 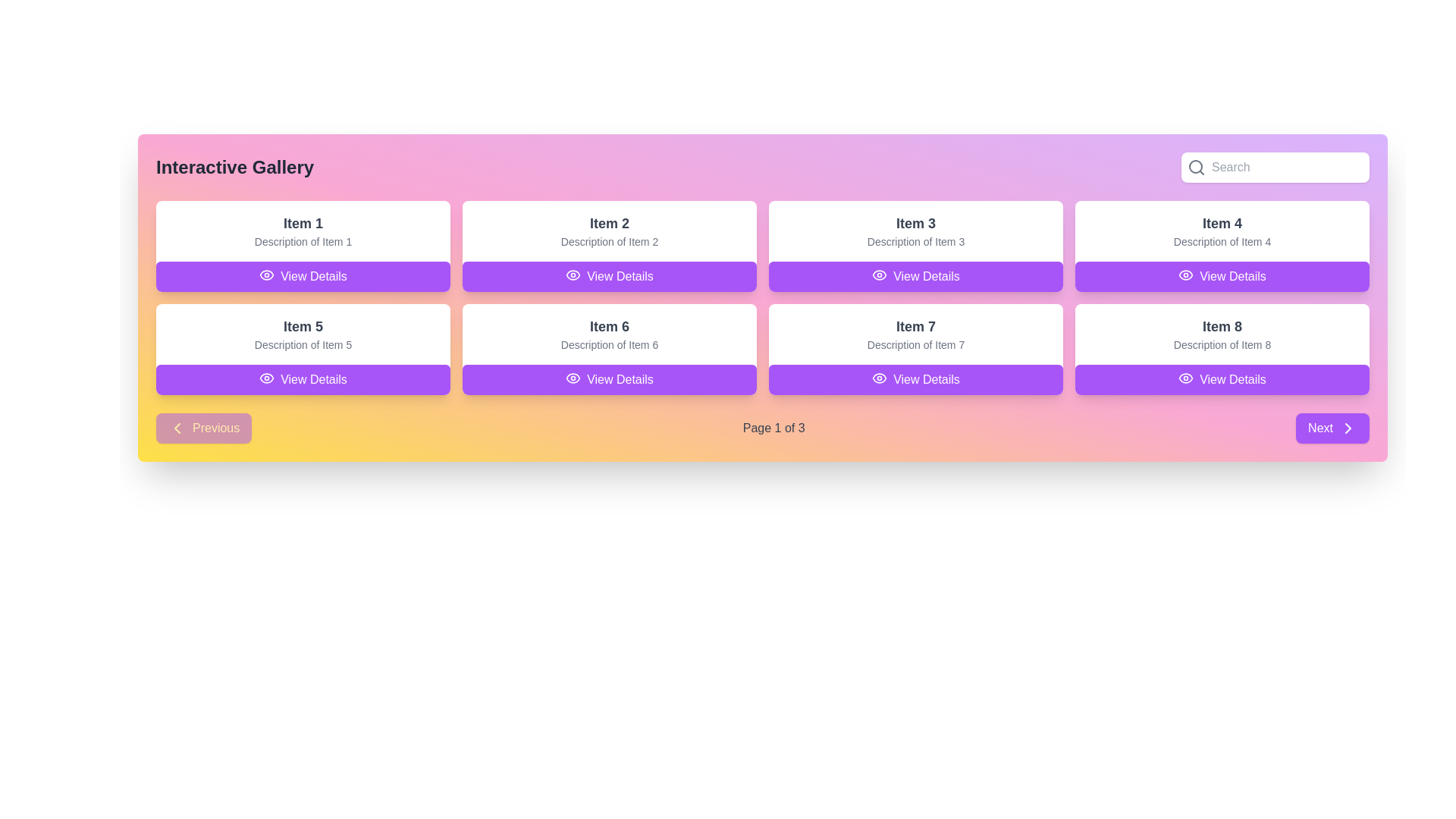 I want to click on the static text label that serves as the header for the third card in the first row of the grid layout, so click(x=915, y=223).